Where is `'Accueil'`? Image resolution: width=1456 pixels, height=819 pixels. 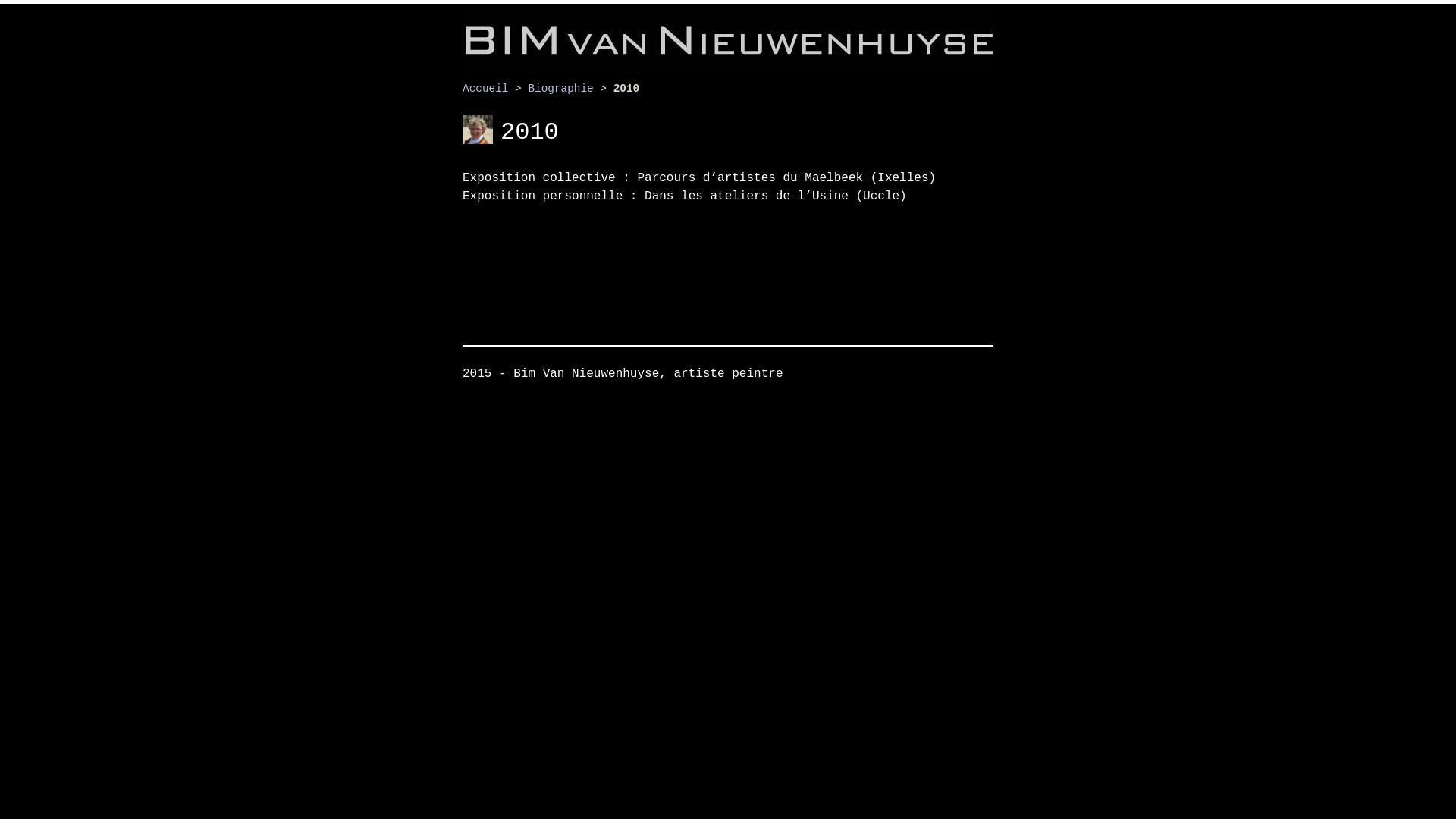 'Accueil' is located at coordinates (484, 88).